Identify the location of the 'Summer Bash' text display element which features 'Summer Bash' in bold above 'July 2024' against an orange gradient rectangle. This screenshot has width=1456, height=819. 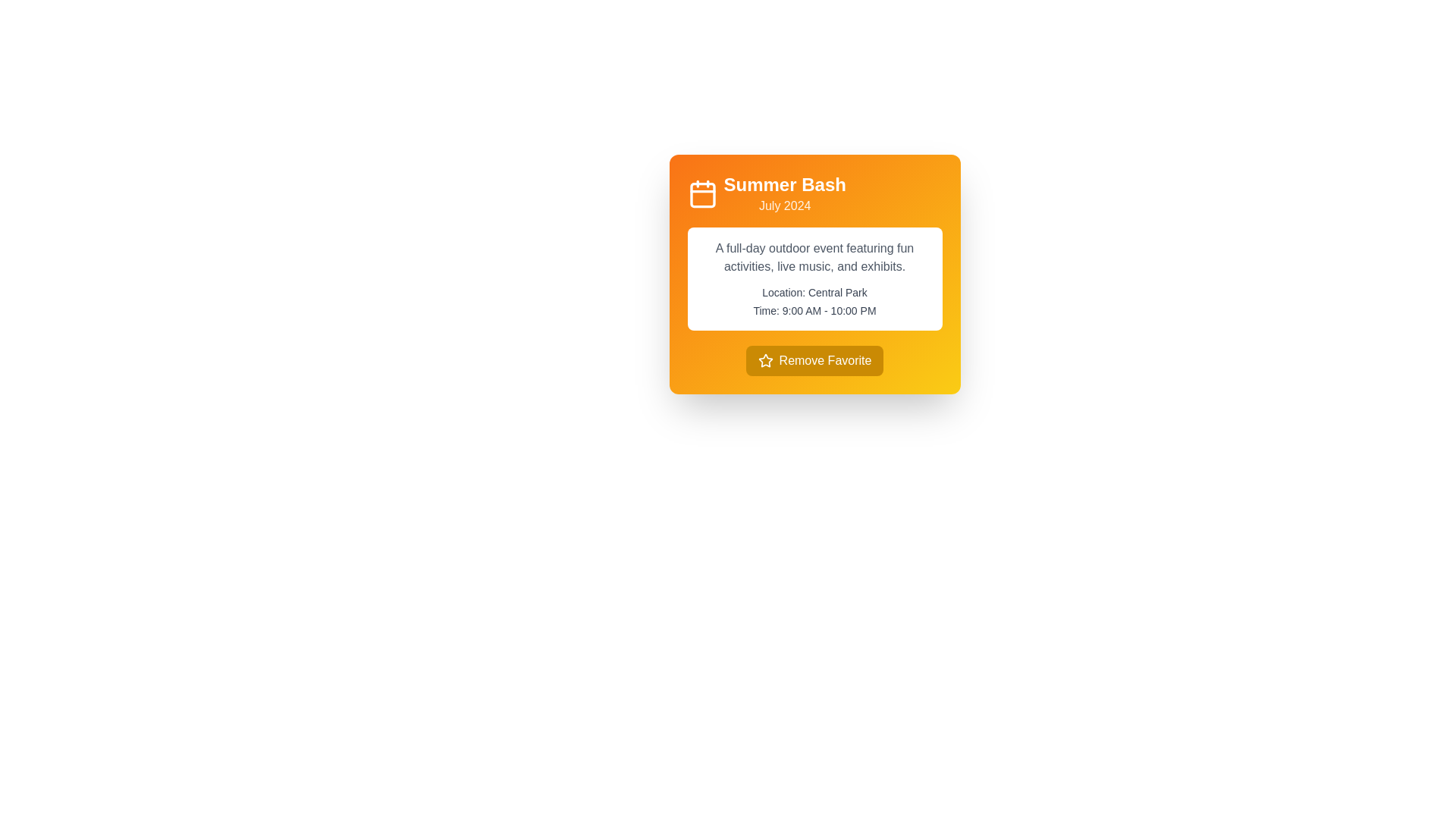
(785, 193).